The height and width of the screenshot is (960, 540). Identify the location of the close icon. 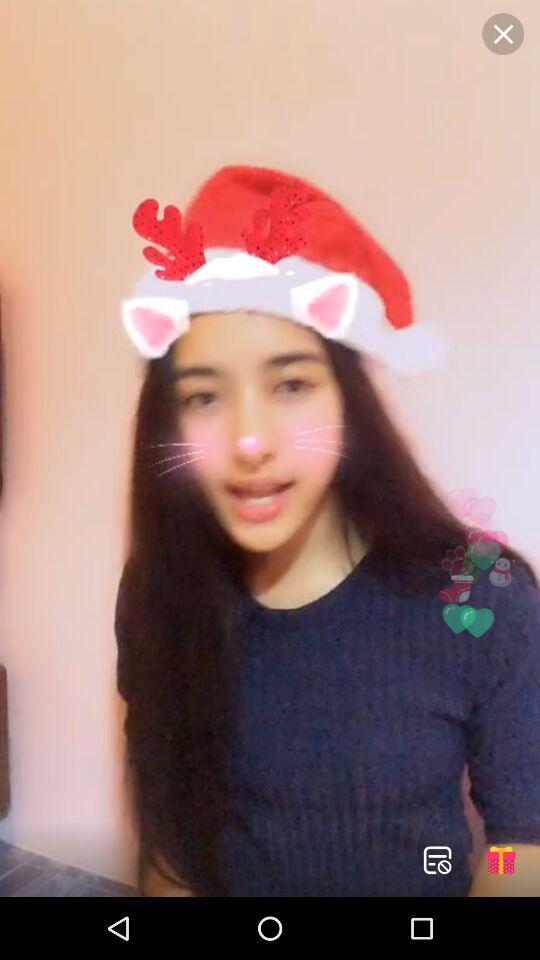
(502, 33).